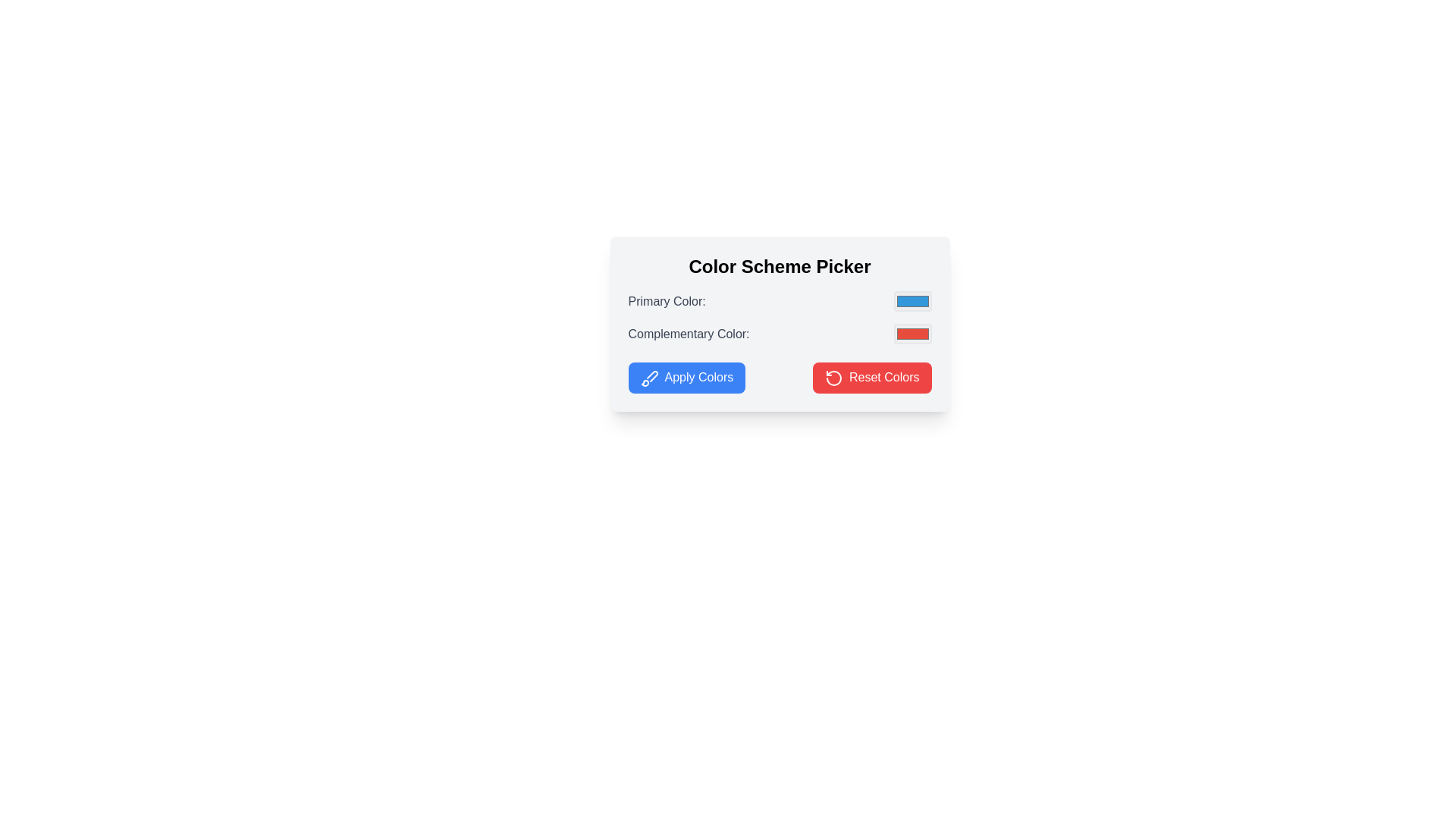 Image resolution: width=1456 pixels, height=819 pixels. I want to click on the labels of the color input elements in the 'Color Scheme Picker' module, so click(780, 317).